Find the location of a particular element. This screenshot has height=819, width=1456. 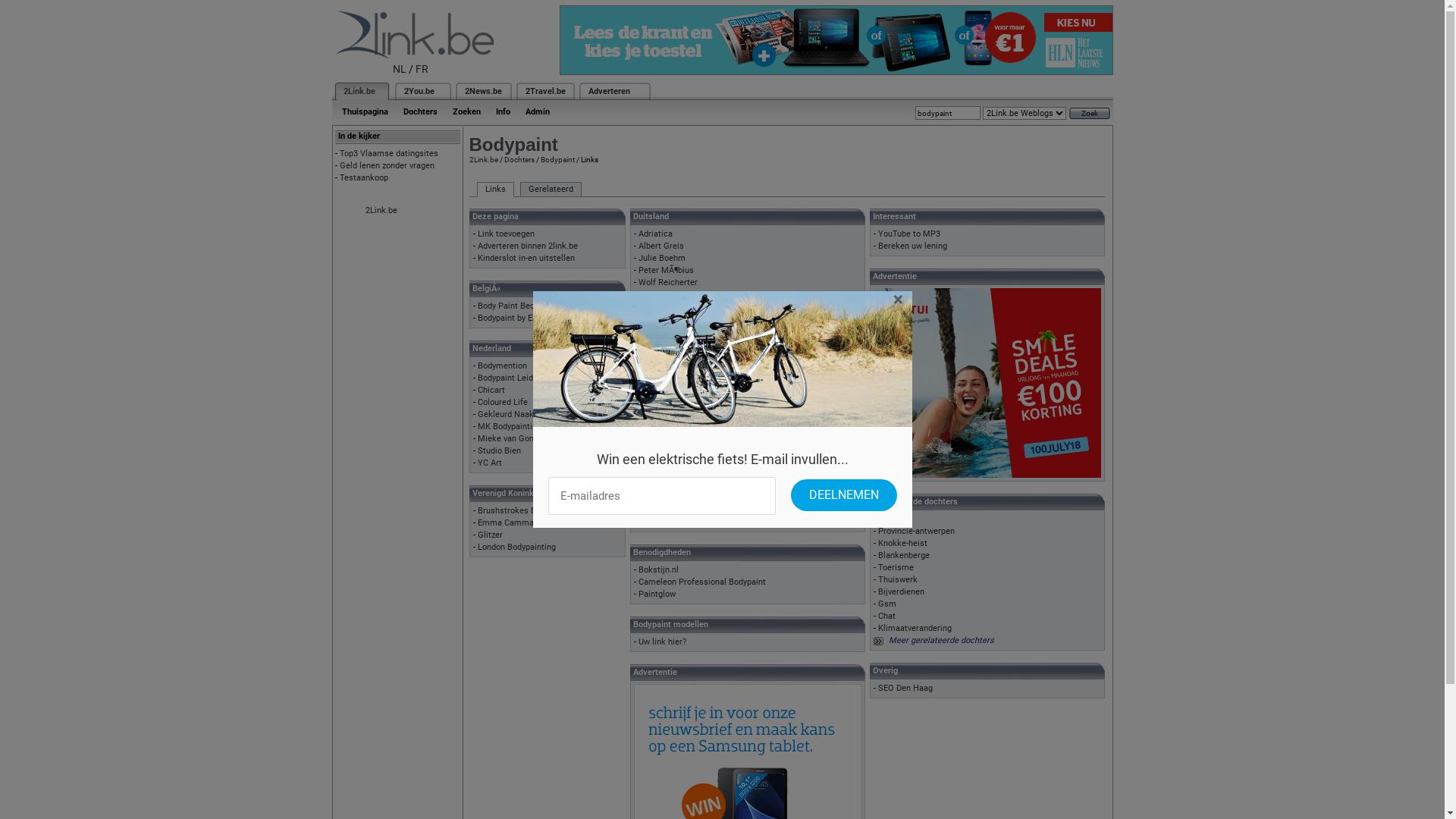

'Bodypaint Leiden' is located at coordinates (510, 377).